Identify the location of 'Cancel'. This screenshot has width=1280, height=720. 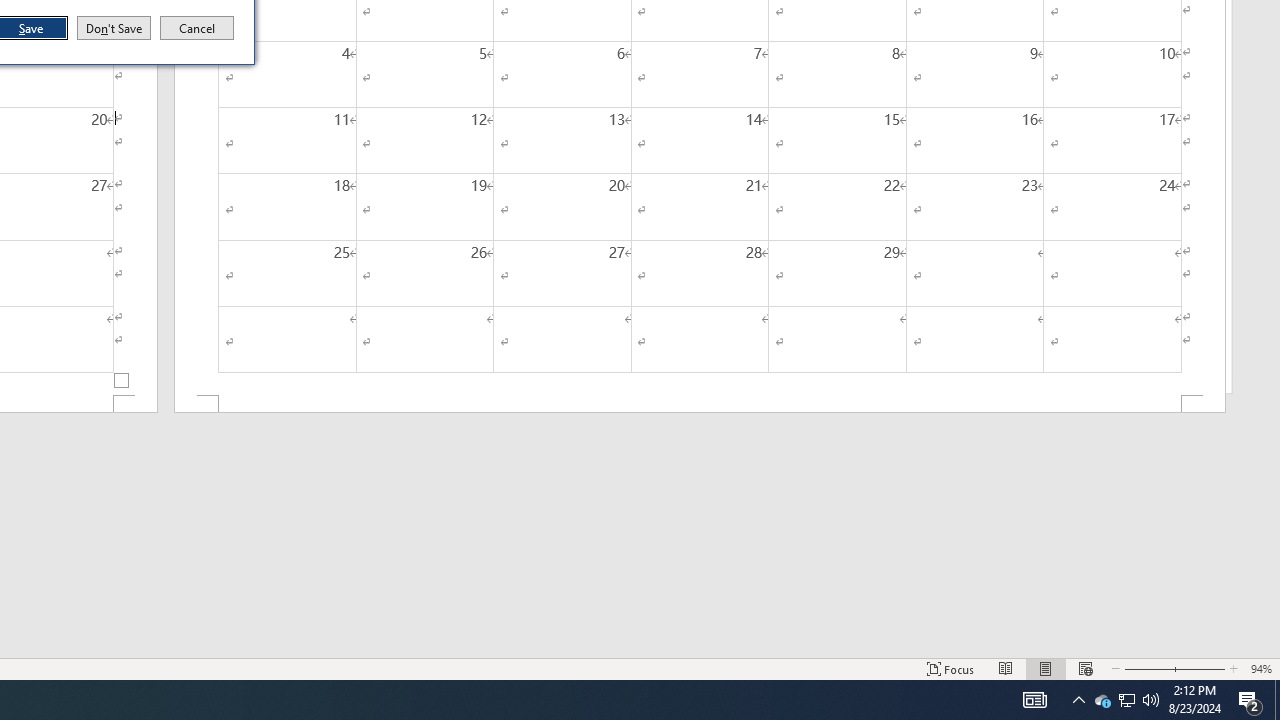
(197, 28).